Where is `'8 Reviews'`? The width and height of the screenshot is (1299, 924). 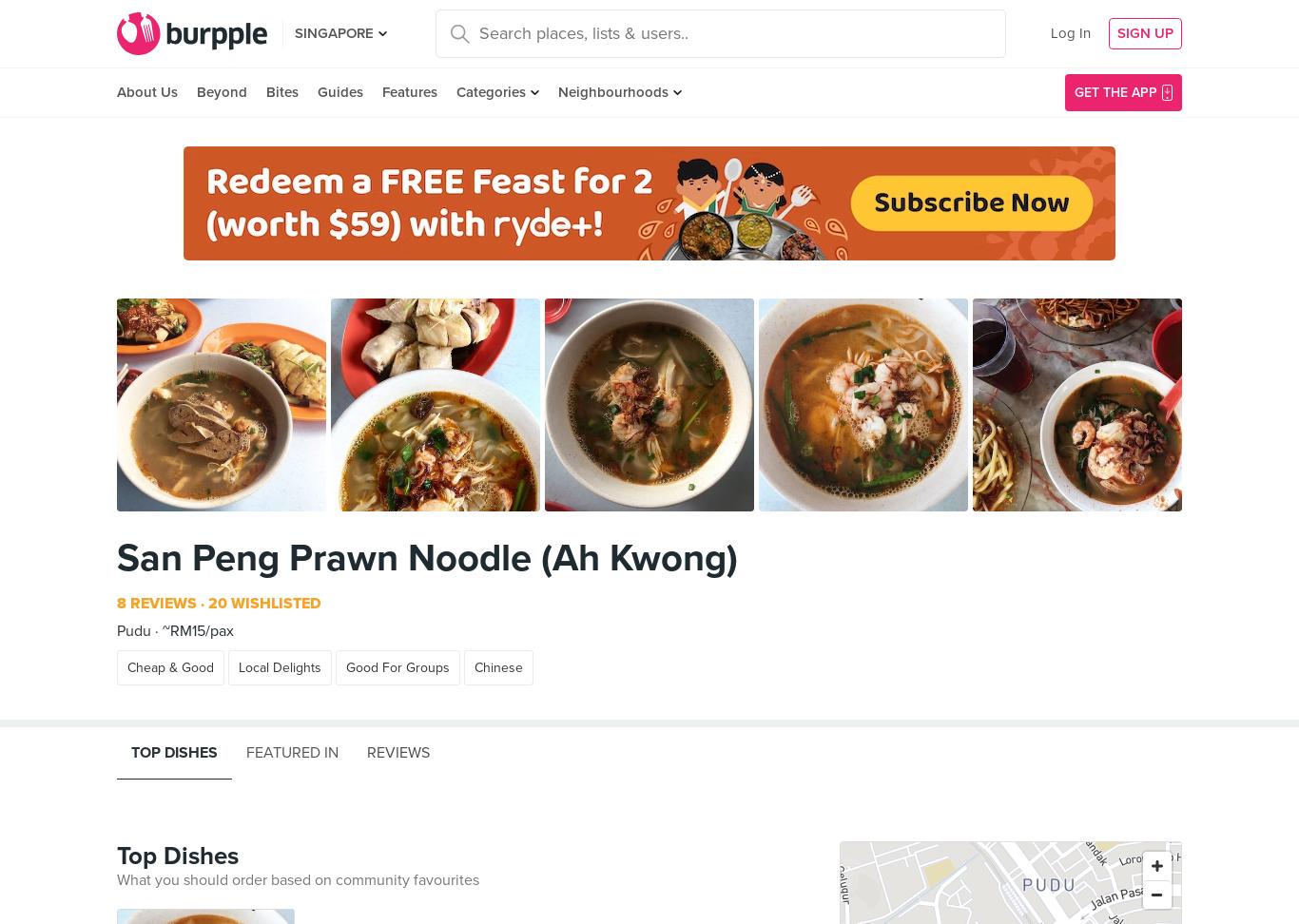 '8 Reviews' is located at coordinates (156, 604).